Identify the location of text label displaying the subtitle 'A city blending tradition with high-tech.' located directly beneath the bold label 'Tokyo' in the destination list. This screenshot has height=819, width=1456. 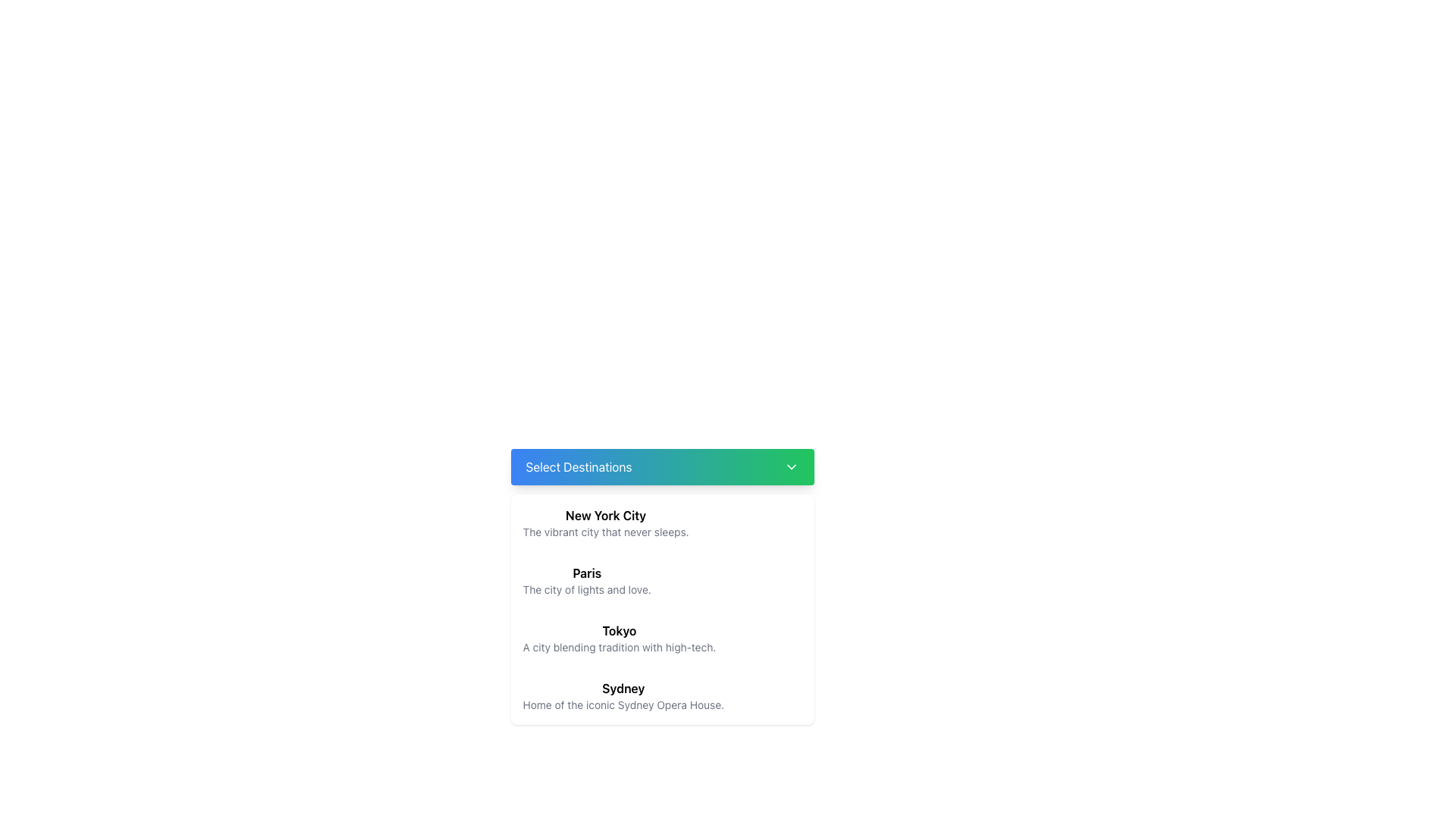
(619, 647).